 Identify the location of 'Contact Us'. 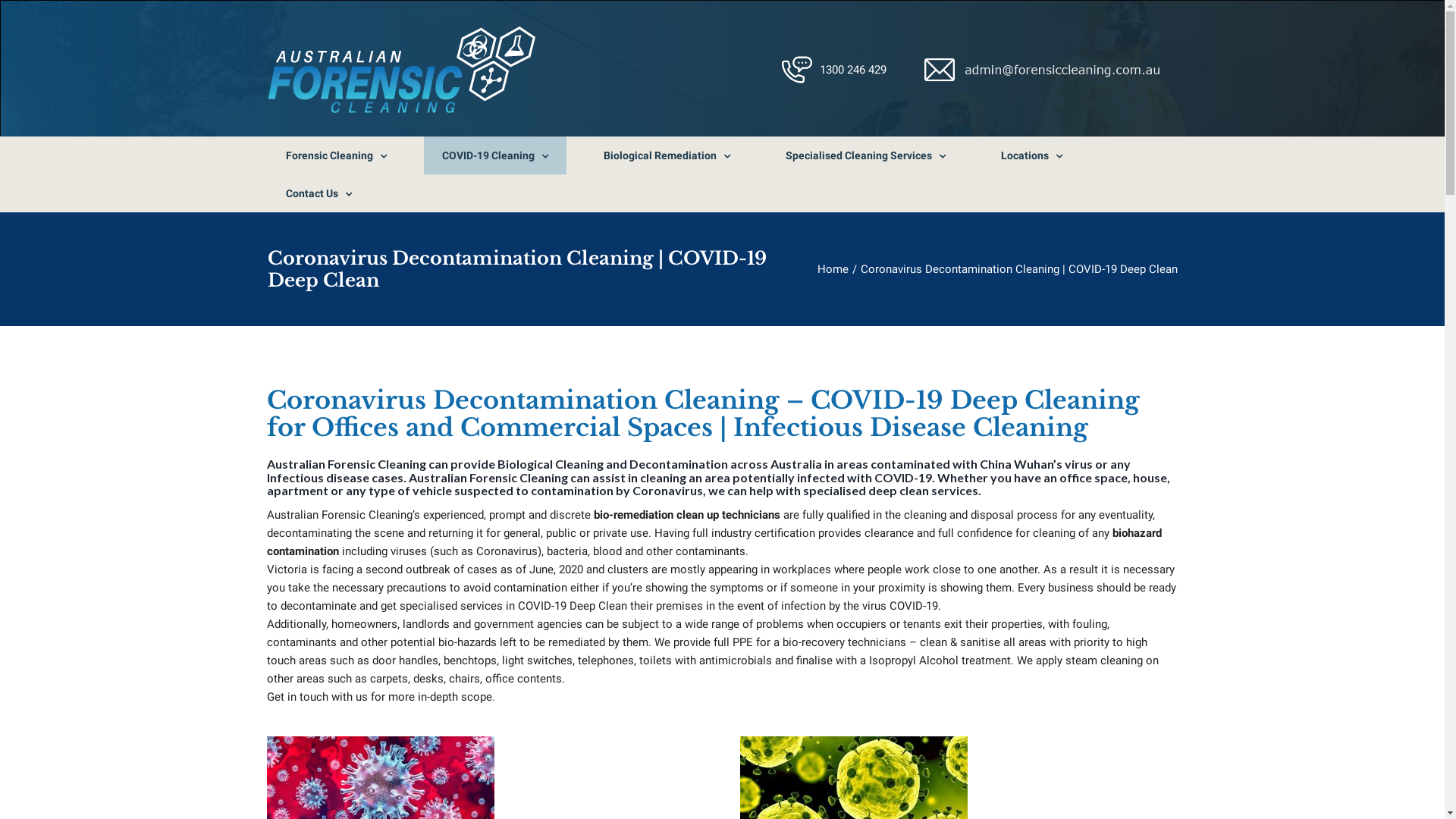
(266, 192).